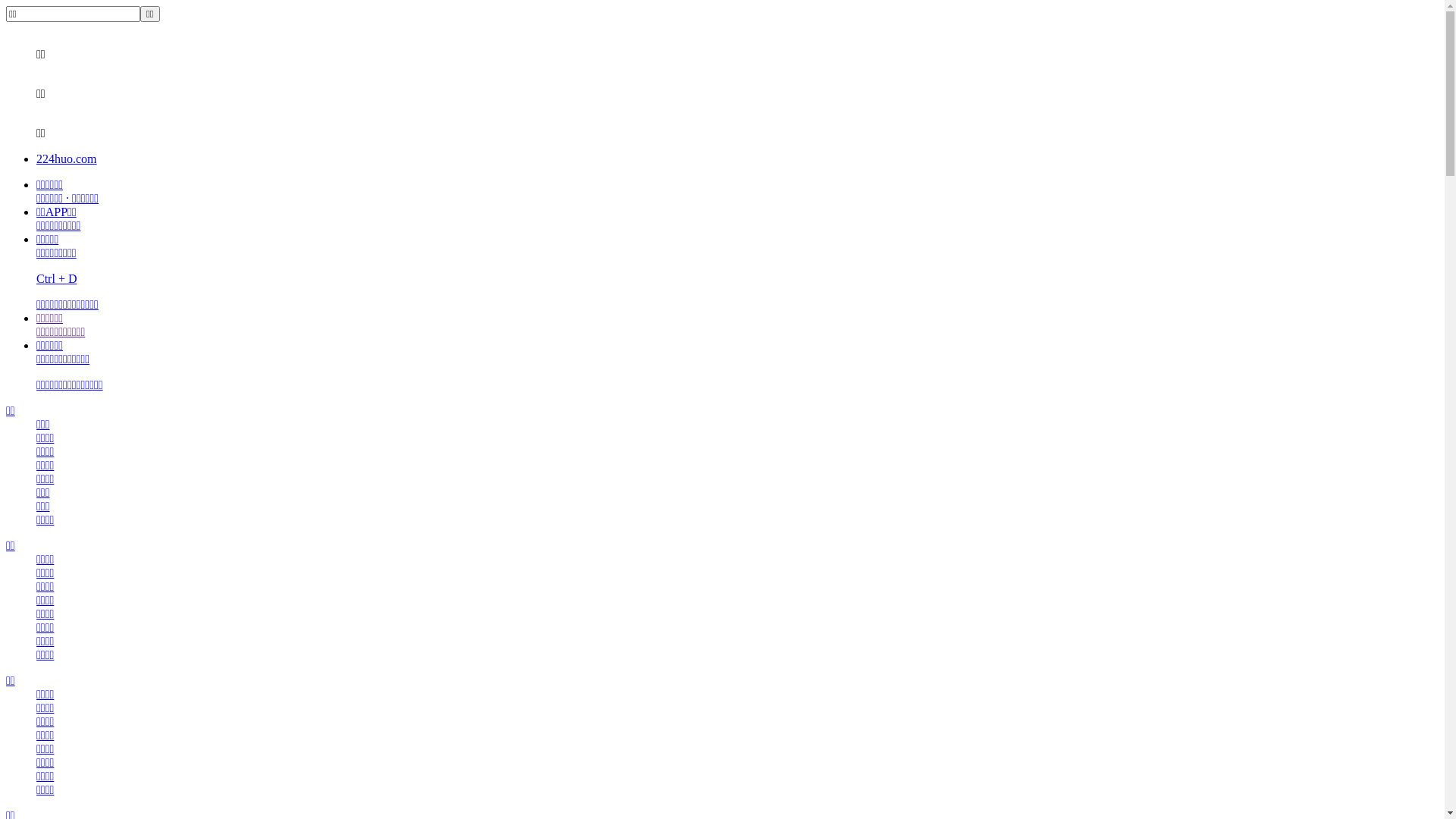 The height and width of the screenshot is (819, 1456). I want to click on '224huo.com', so click(65, 158).